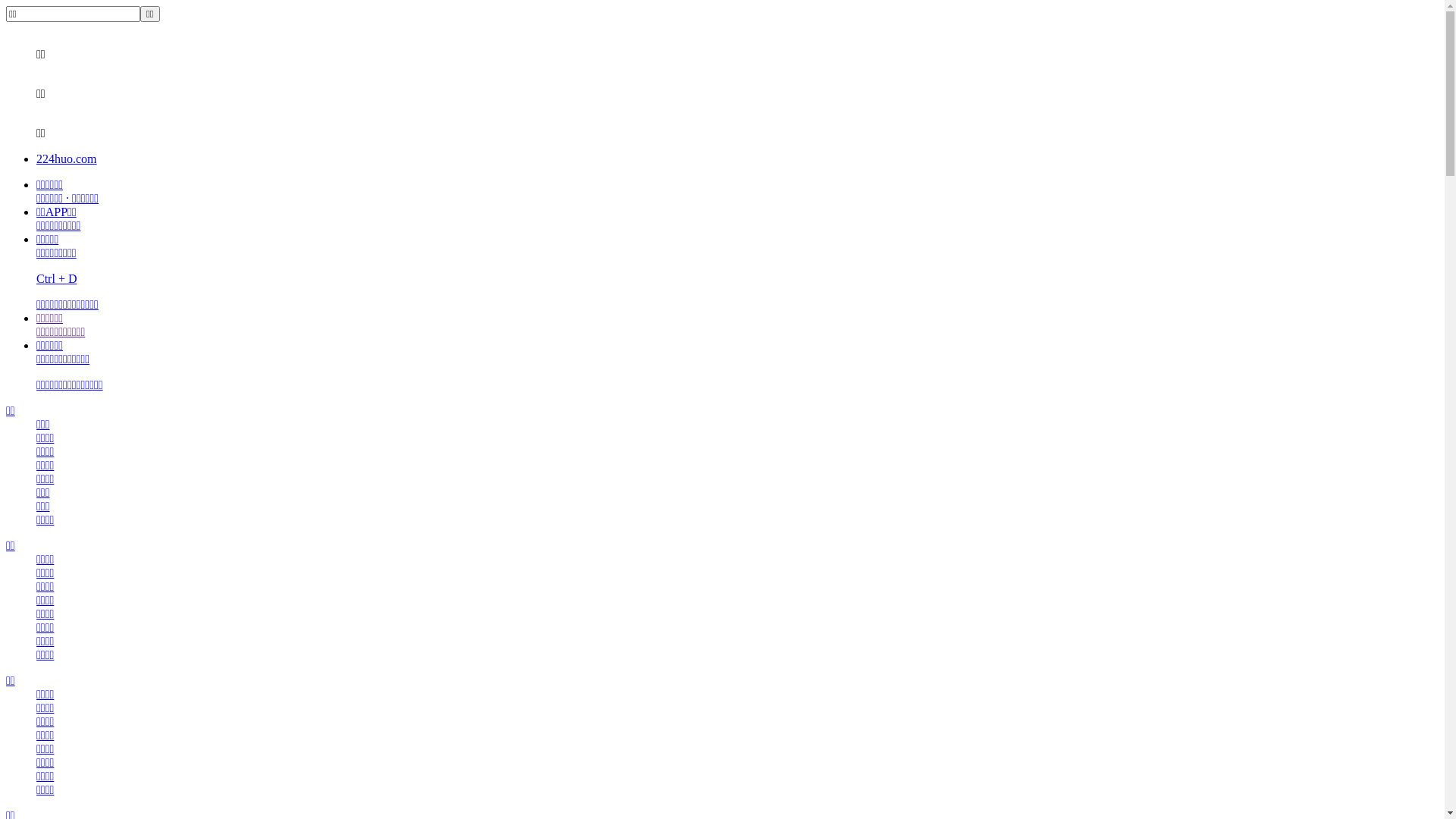 The height and width of the screenshot is (819, 1456). I want to click on '224huo.com', so click(65, 158).